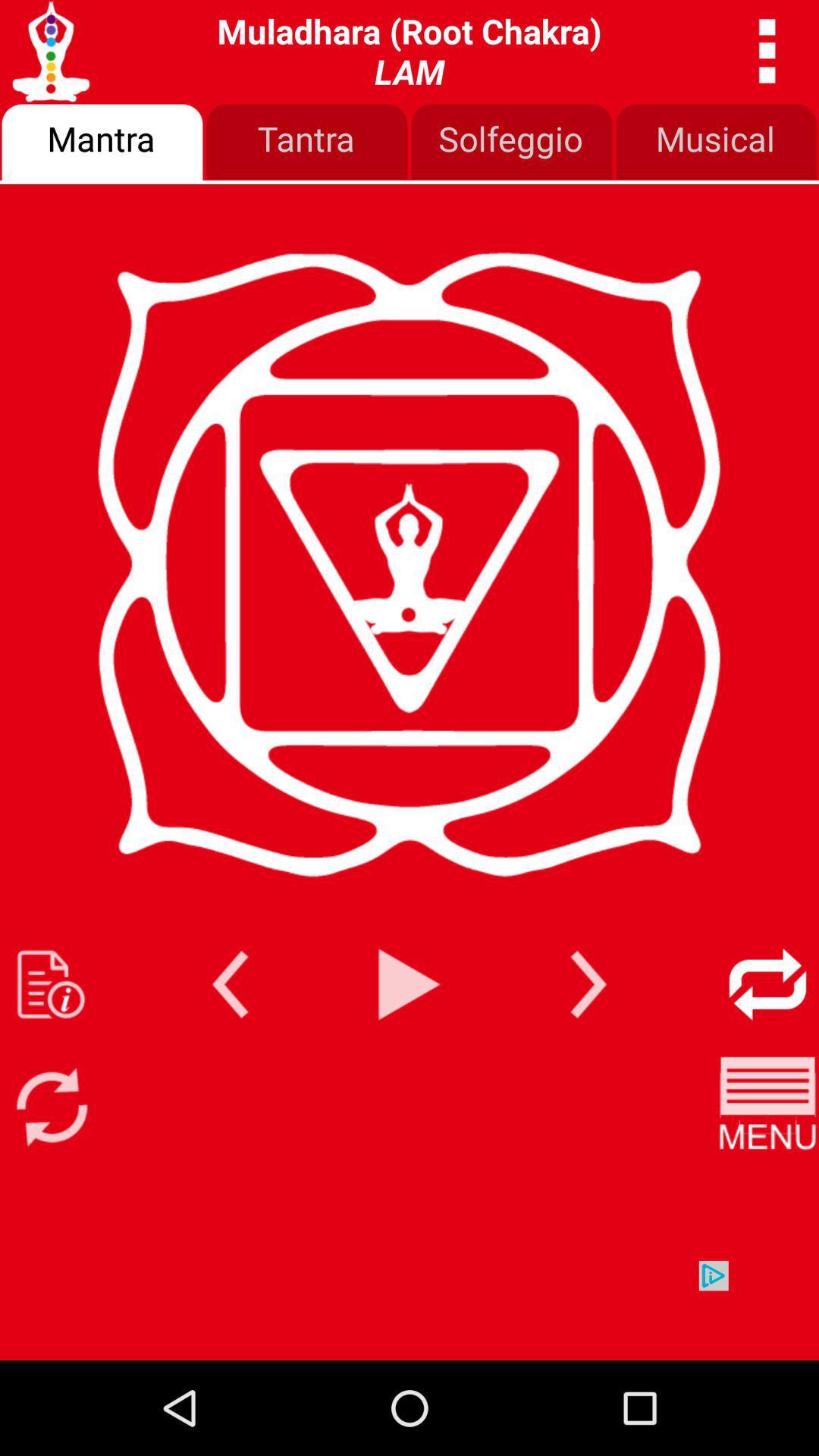 Image resolution: width=819 pixels, height=1456 pixels. I want to click on the refresh icon, so click(50, 1184).